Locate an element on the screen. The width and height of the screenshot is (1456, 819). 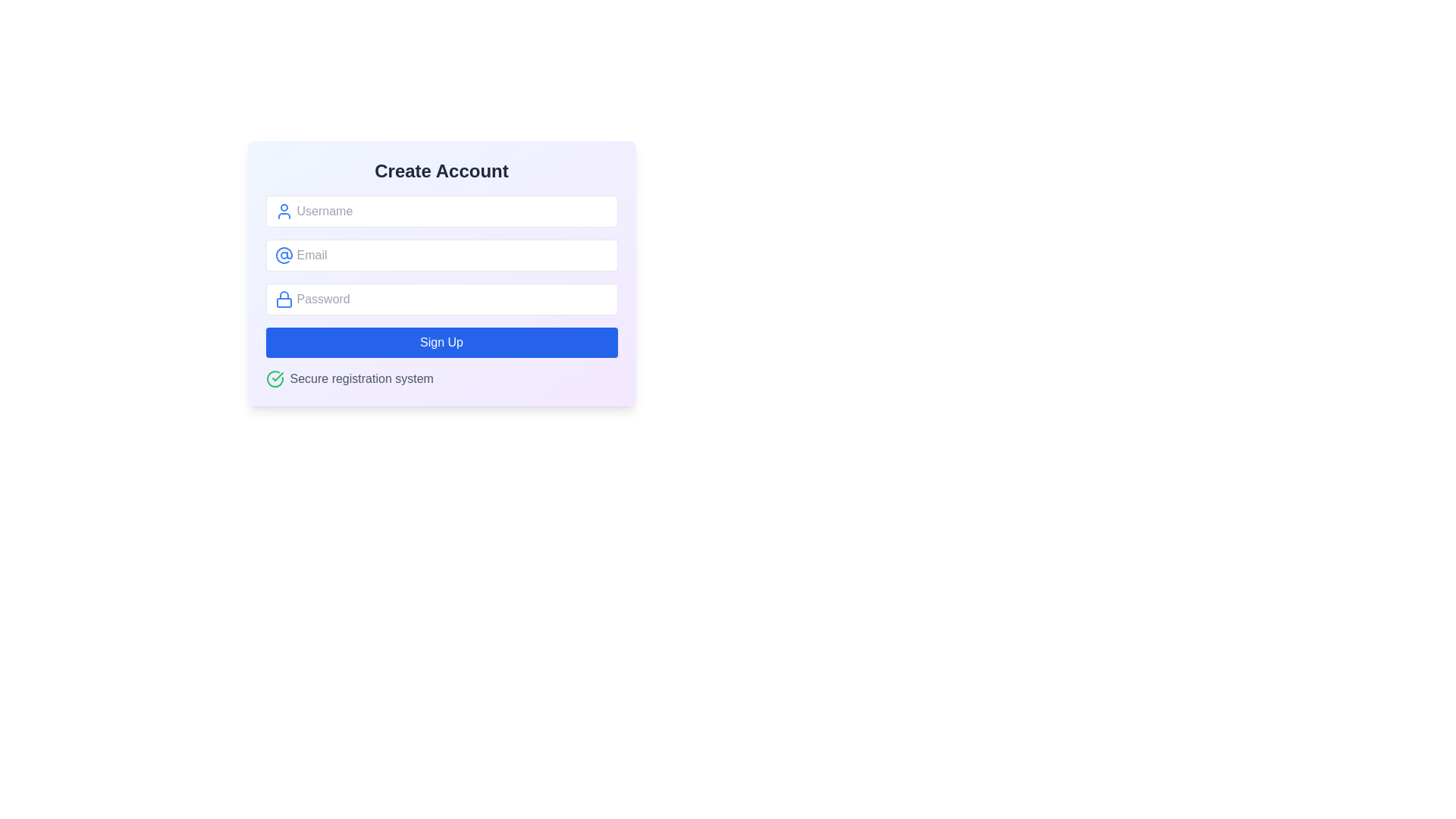
the submit button located at the bottom of the registration form to initiate the account creation process is located at coordinates (441, 342).